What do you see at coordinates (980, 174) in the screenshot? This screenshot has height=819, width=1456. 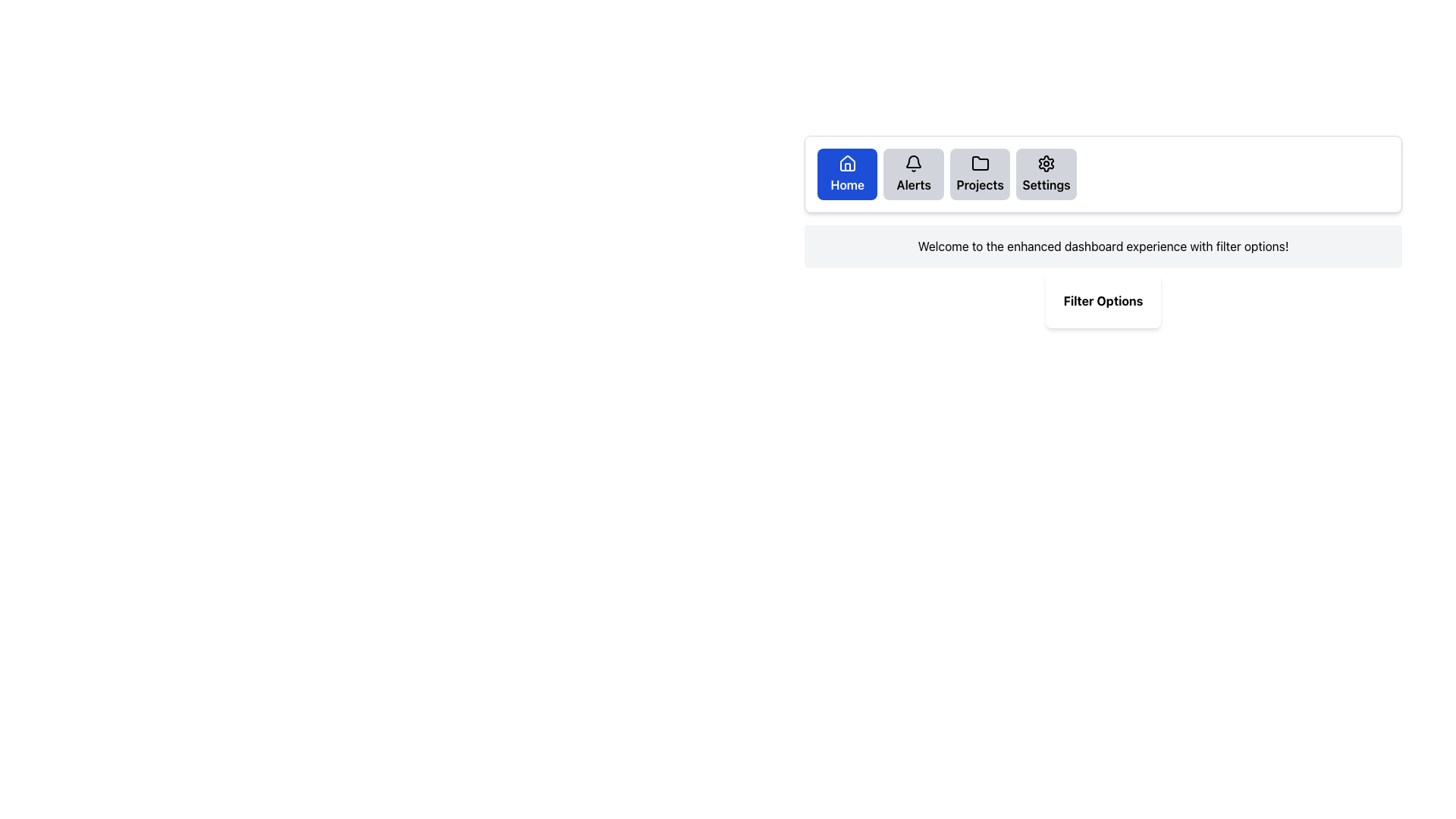 I see `the 'Projects' button, which is a clickable button with a folder icon and a text label, located in the top-right section of the page` at bounding box center [980, 174].